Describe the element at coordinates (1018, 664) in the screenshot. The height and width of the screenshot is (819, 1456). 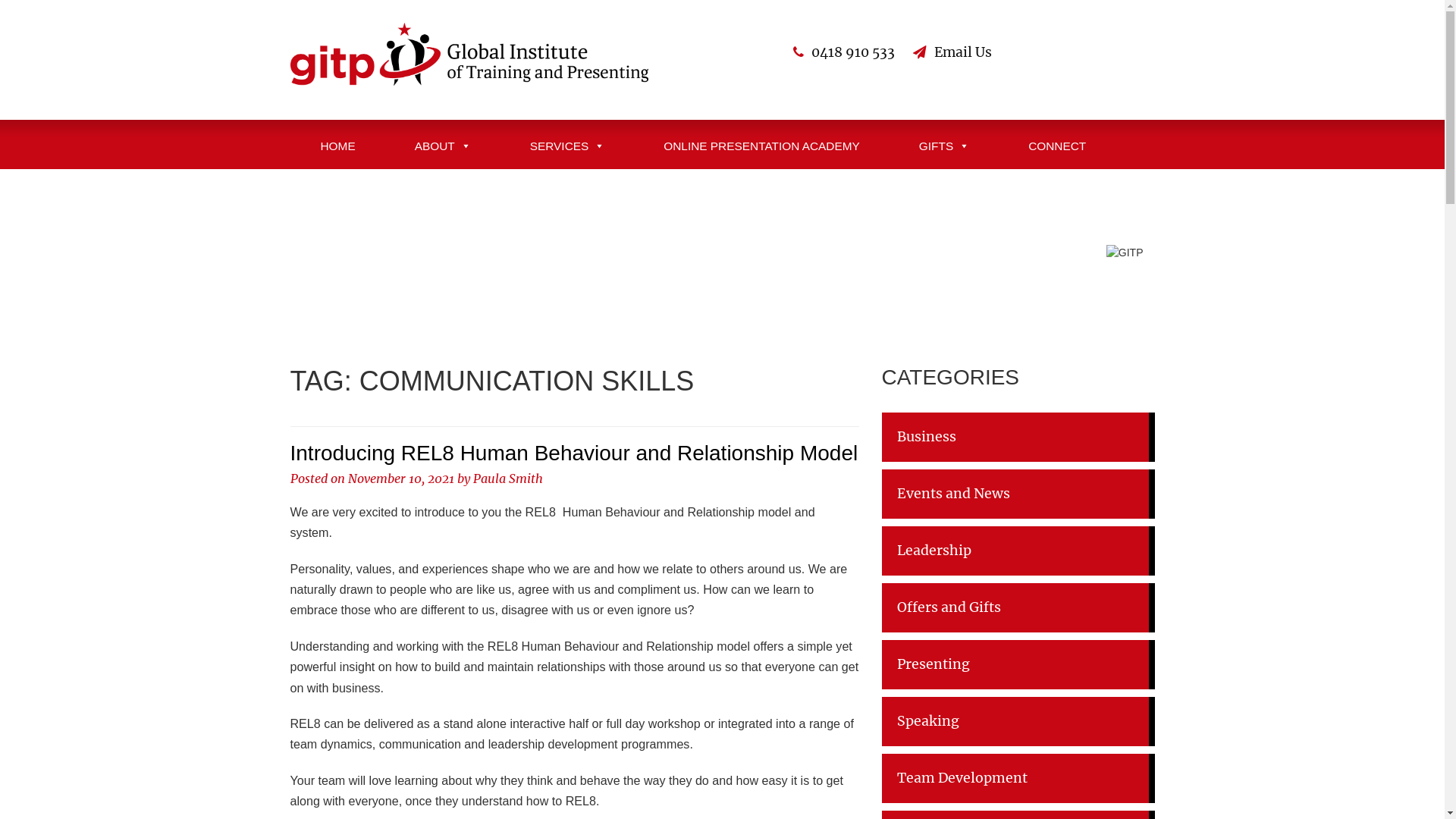
I see `'Presenting'` at that location.